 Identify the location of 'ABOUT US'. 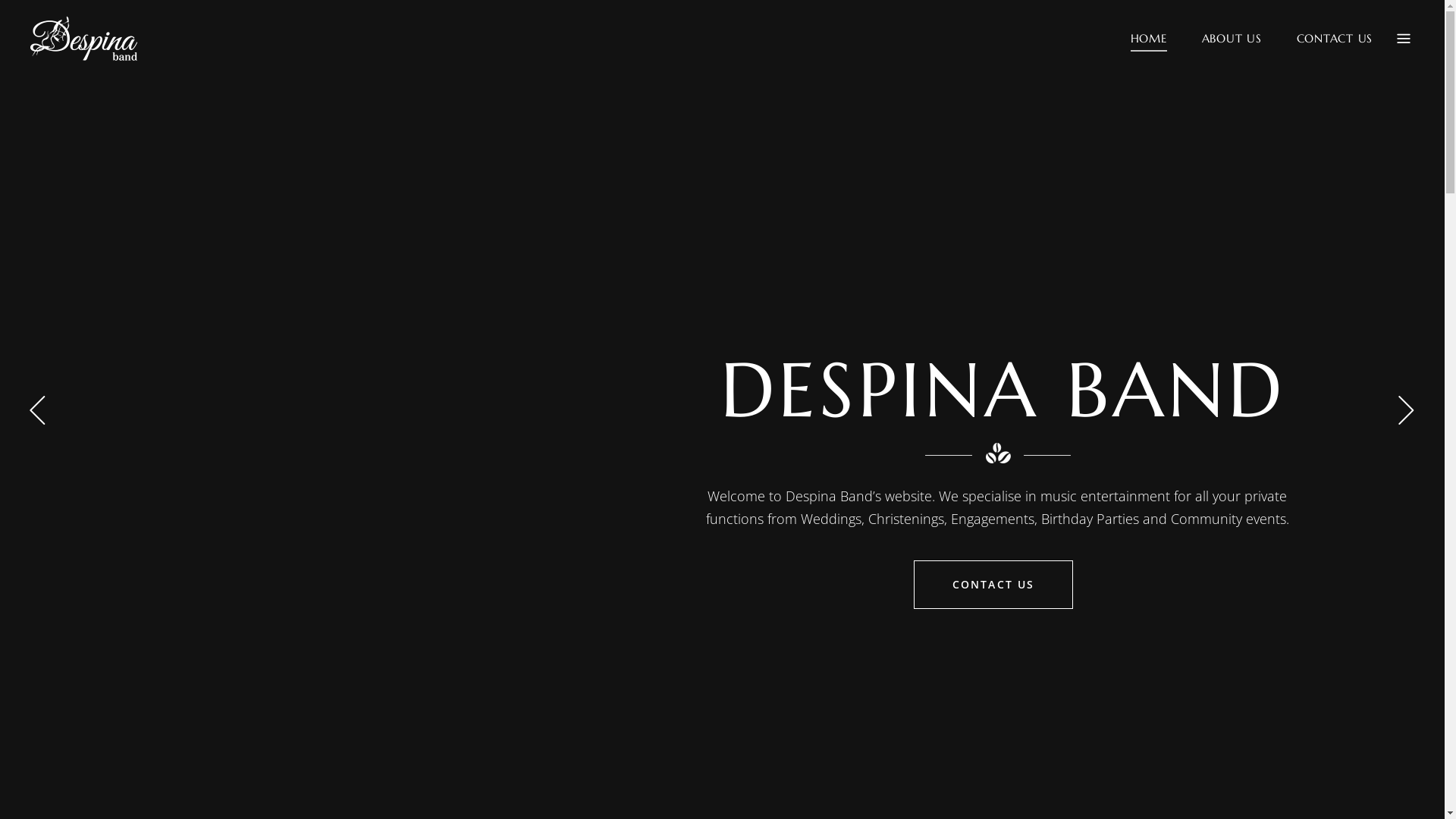
(1232, 37).